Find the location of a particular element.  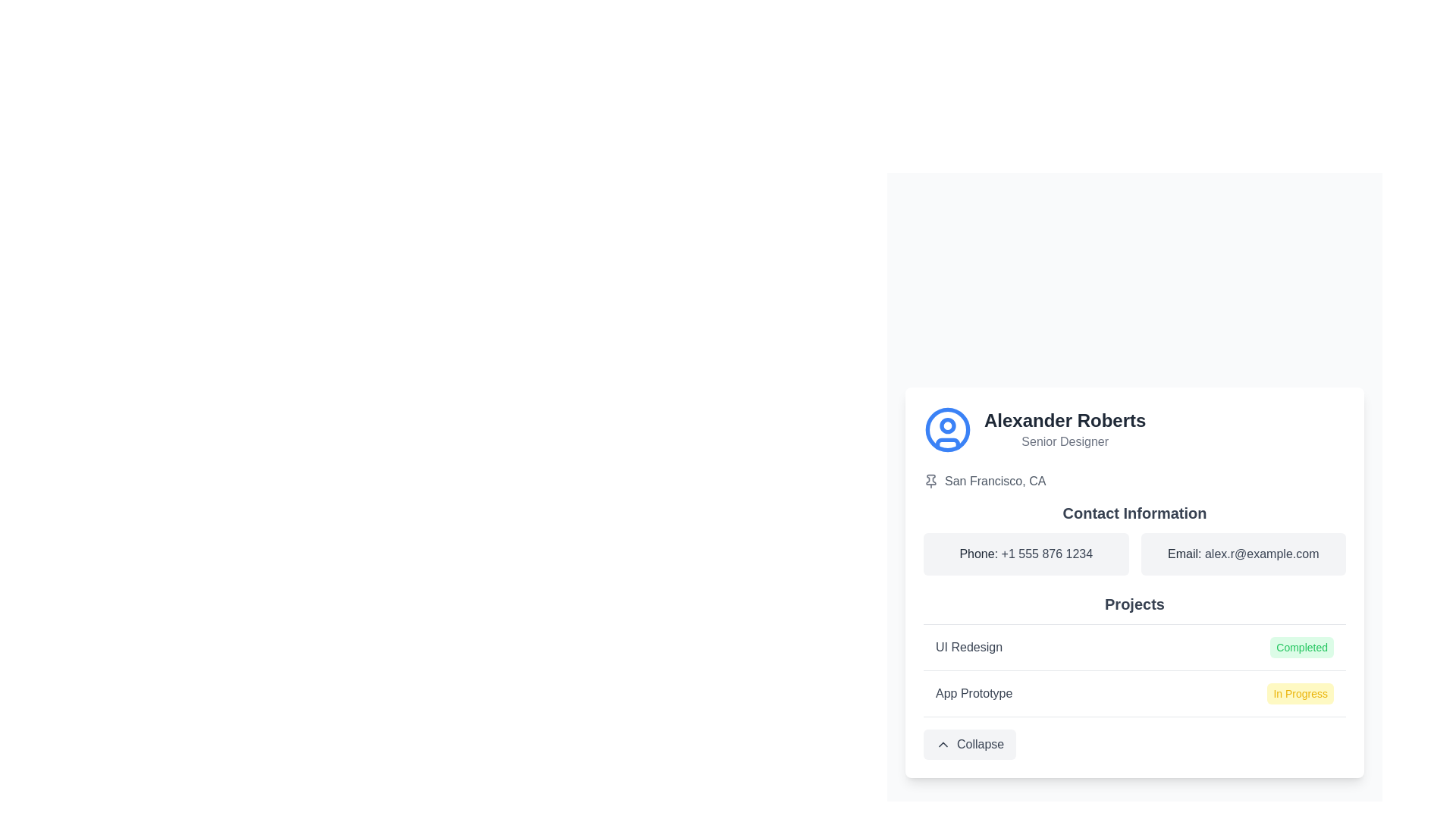

the 'Phone:' text label, which is styled with medium font weight and gray color, located to the left of the phone number within the contact information section is located at coordinates (980, 553).